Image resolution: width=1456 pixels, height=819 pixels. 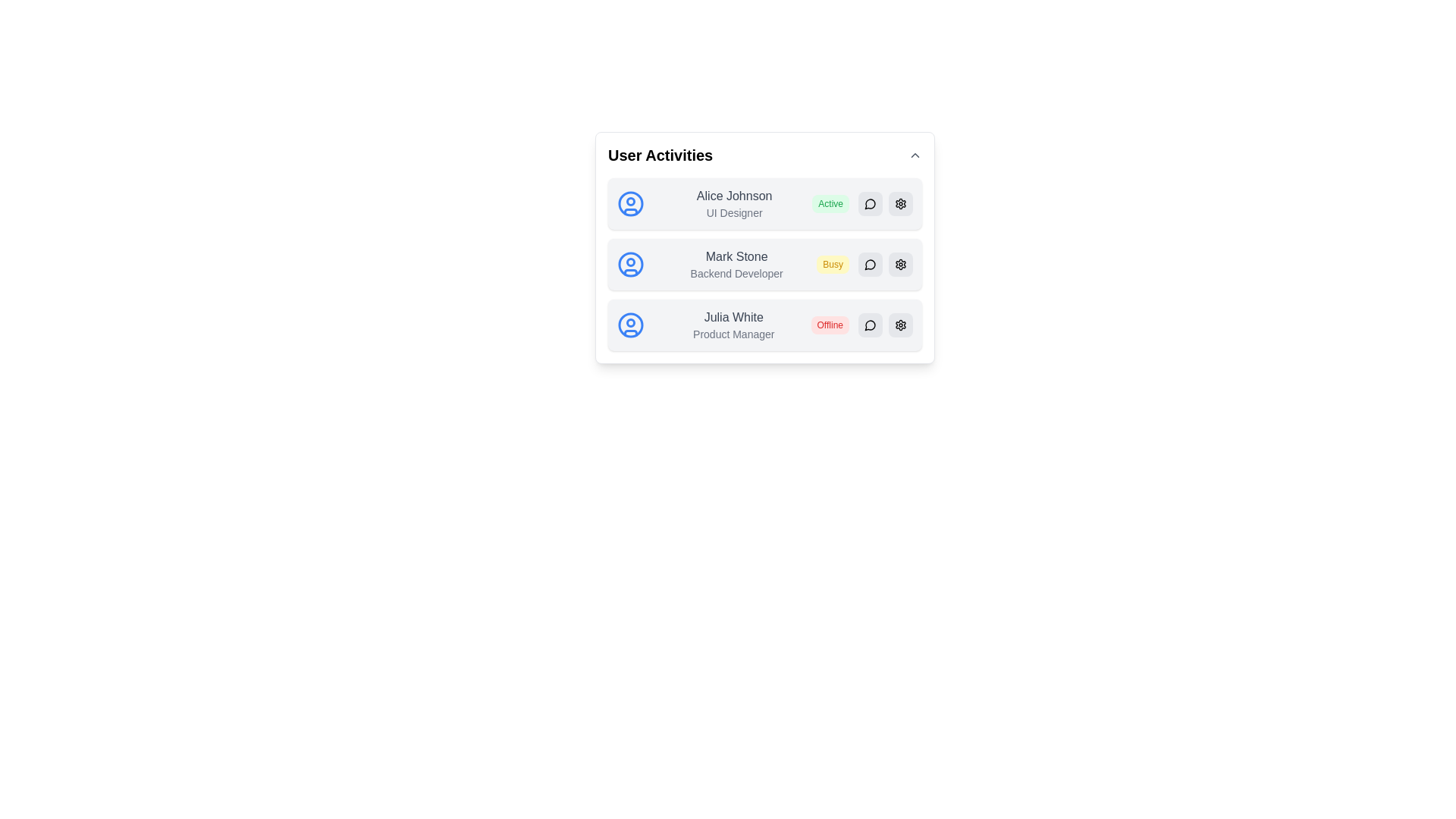 What do you see at coordinates (914, 155) in the screenshot?
I see `the small upward arrow button in the top-right corner of the 'User Activities' section` at bounding box center [914, 155].